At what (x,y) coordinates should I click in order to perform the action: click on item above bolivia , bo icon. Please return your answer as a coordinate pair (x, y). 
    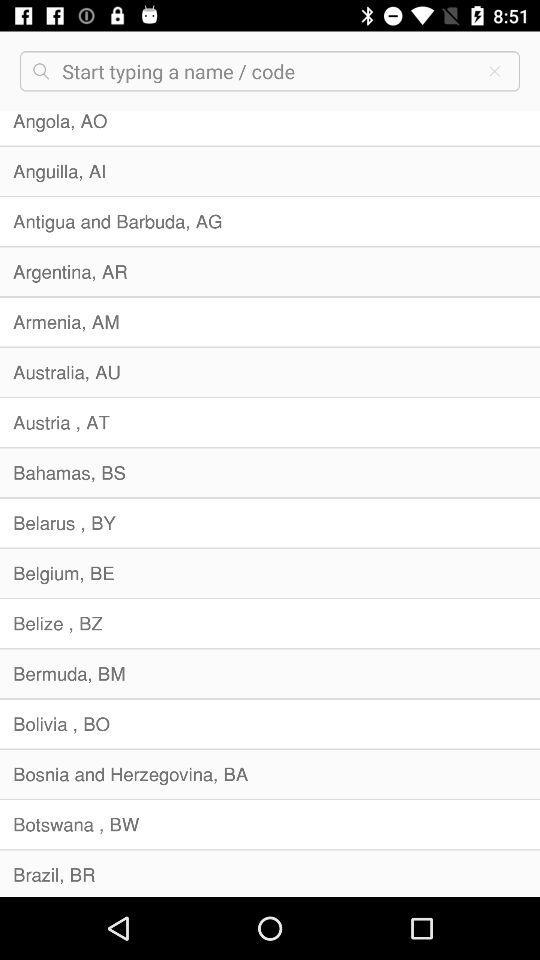
    Looking at the image, I should click on (270, 673).